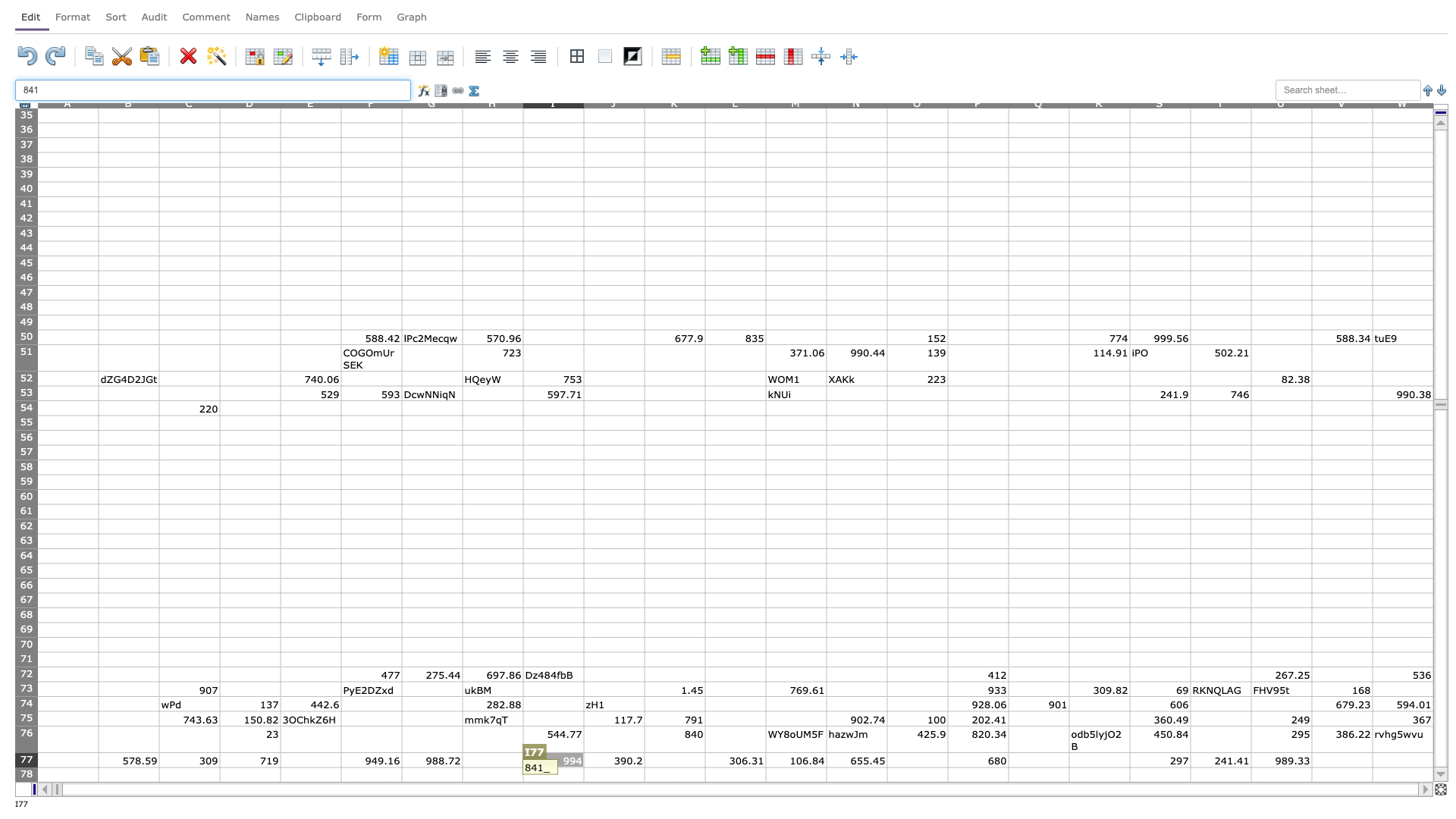  What do you see at coordinates (1008, 767) in the screenshot?
I see `top left corner of Q78` at bounding box center [1008, 767].